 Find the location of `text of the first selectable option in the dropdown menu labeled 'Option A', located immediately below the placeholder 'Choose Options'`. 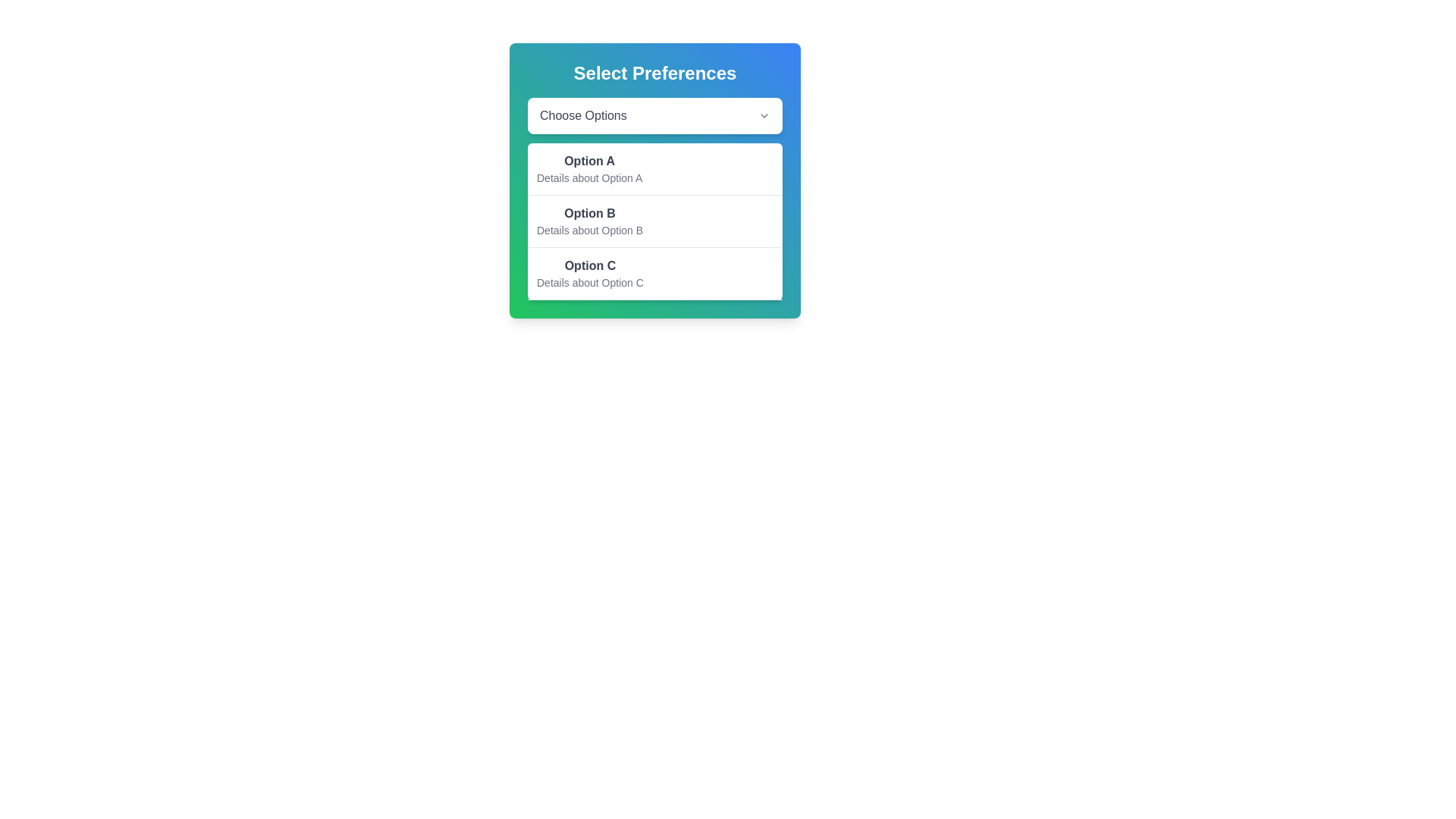

text of the first selectable option in the dropdown menu labeled 'Option A', located immediately below the placeholder 'Choose Options' is located at coordinates (588, 161).